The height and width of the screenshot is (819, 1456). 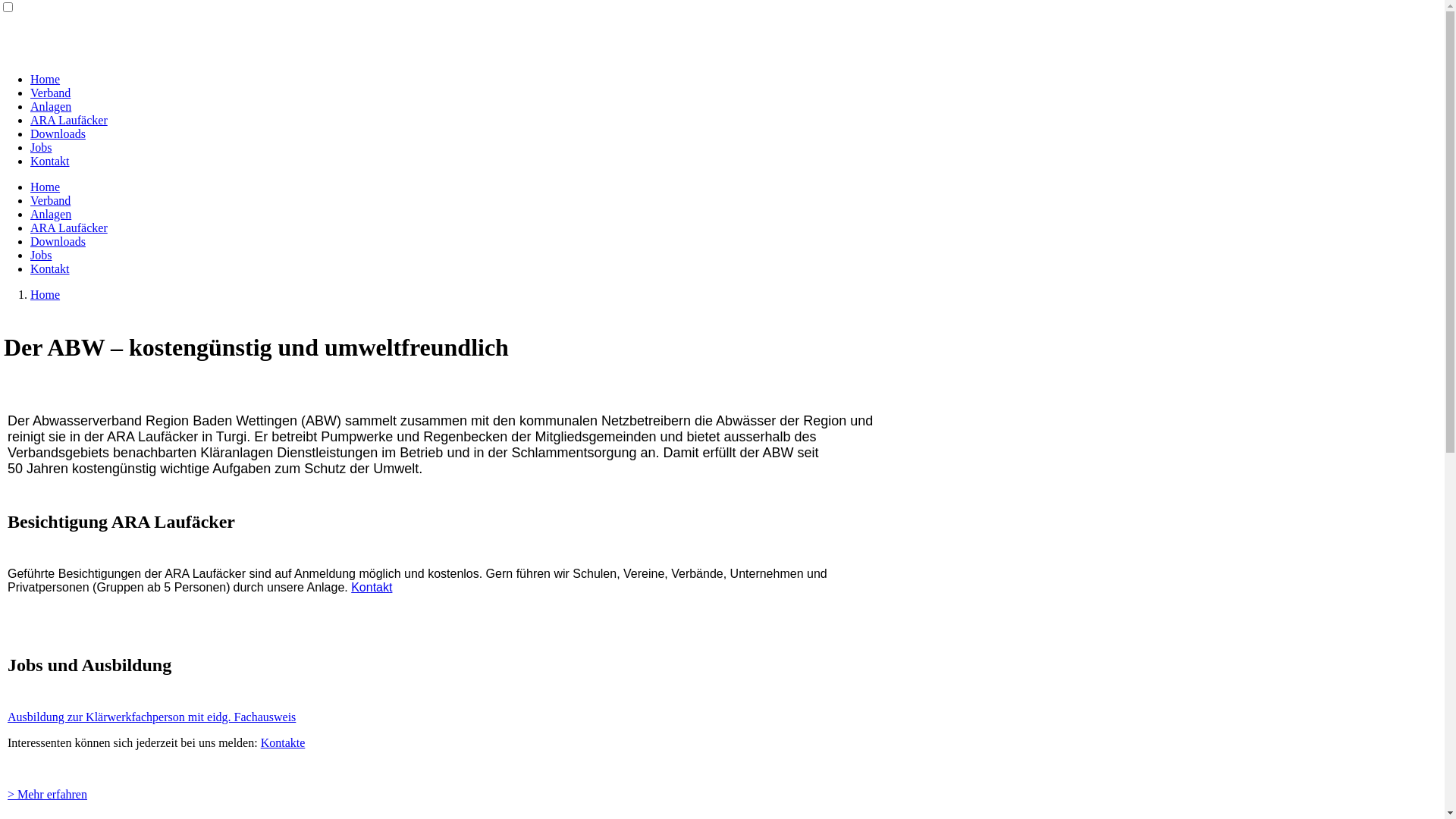 What do you see at coordinates (30, 161) in the screenshot?
I see `'Kontakt'` at bounding box center [30, 161].